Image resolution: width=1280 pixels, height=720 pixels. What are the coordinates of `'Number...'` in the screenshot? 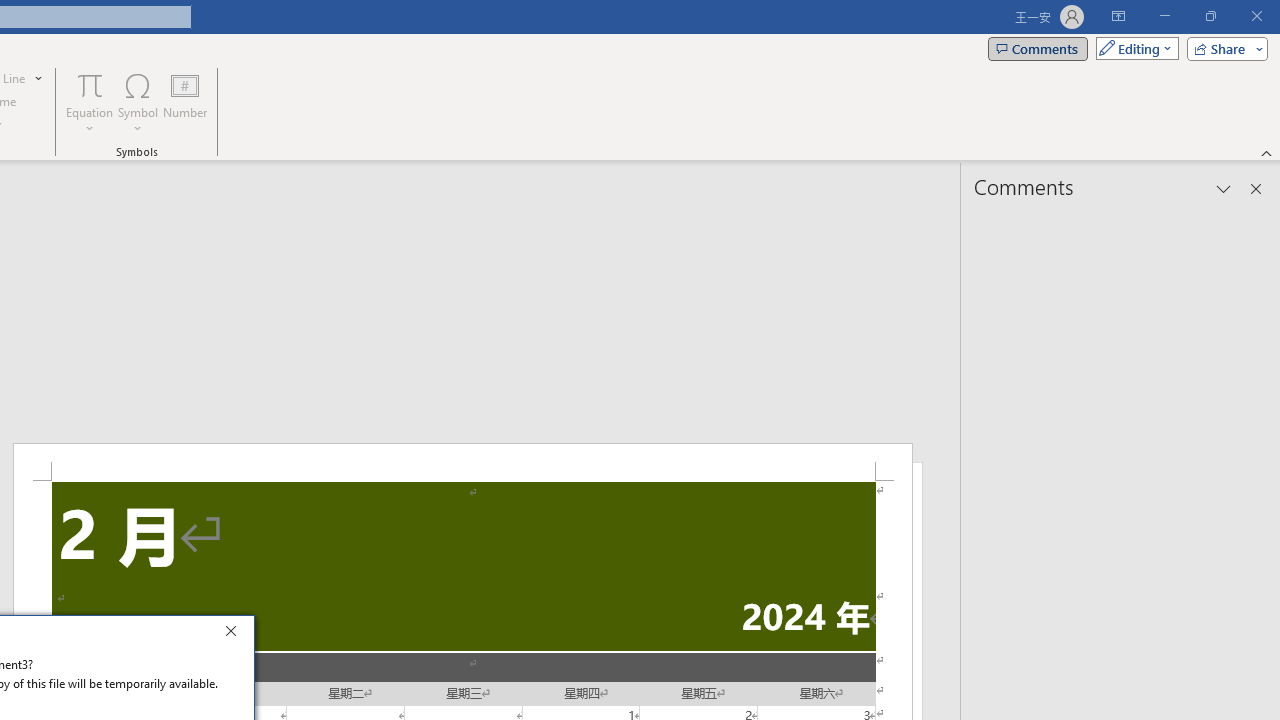 It's located at (185, 103).